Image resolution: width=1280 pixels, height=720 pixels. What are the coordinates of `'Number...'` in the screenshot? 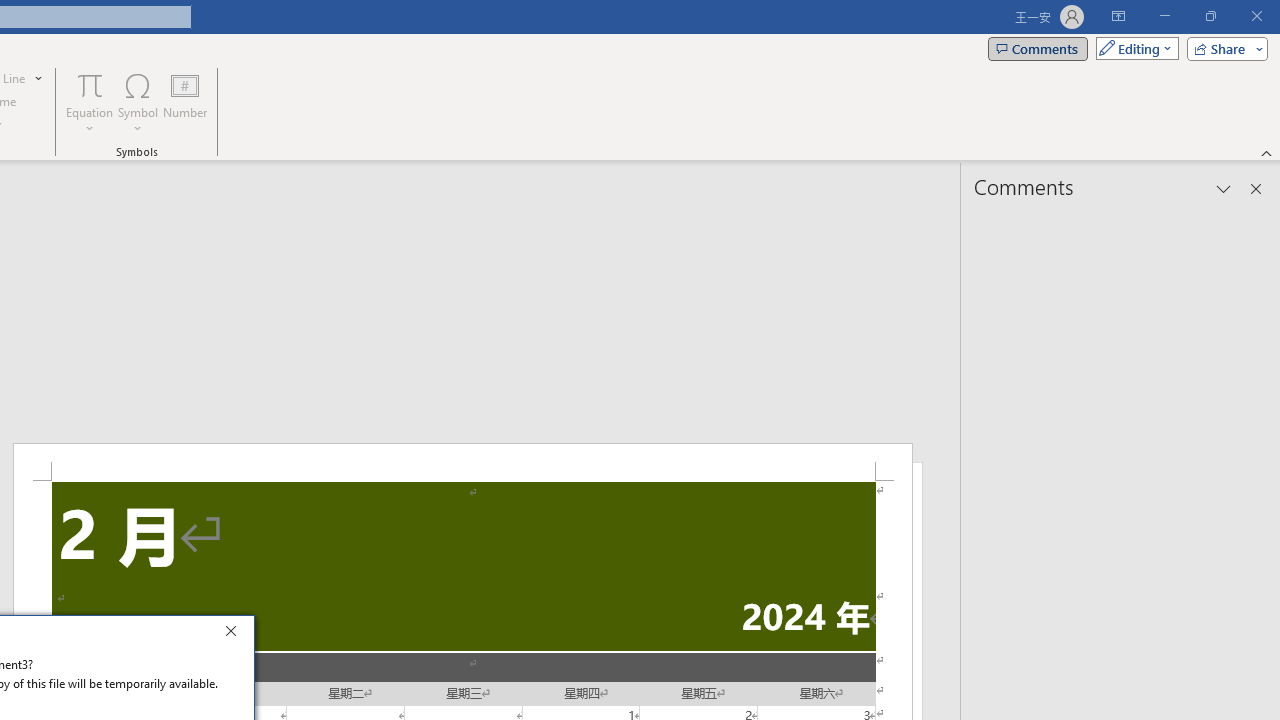 It's located at (185, 103).